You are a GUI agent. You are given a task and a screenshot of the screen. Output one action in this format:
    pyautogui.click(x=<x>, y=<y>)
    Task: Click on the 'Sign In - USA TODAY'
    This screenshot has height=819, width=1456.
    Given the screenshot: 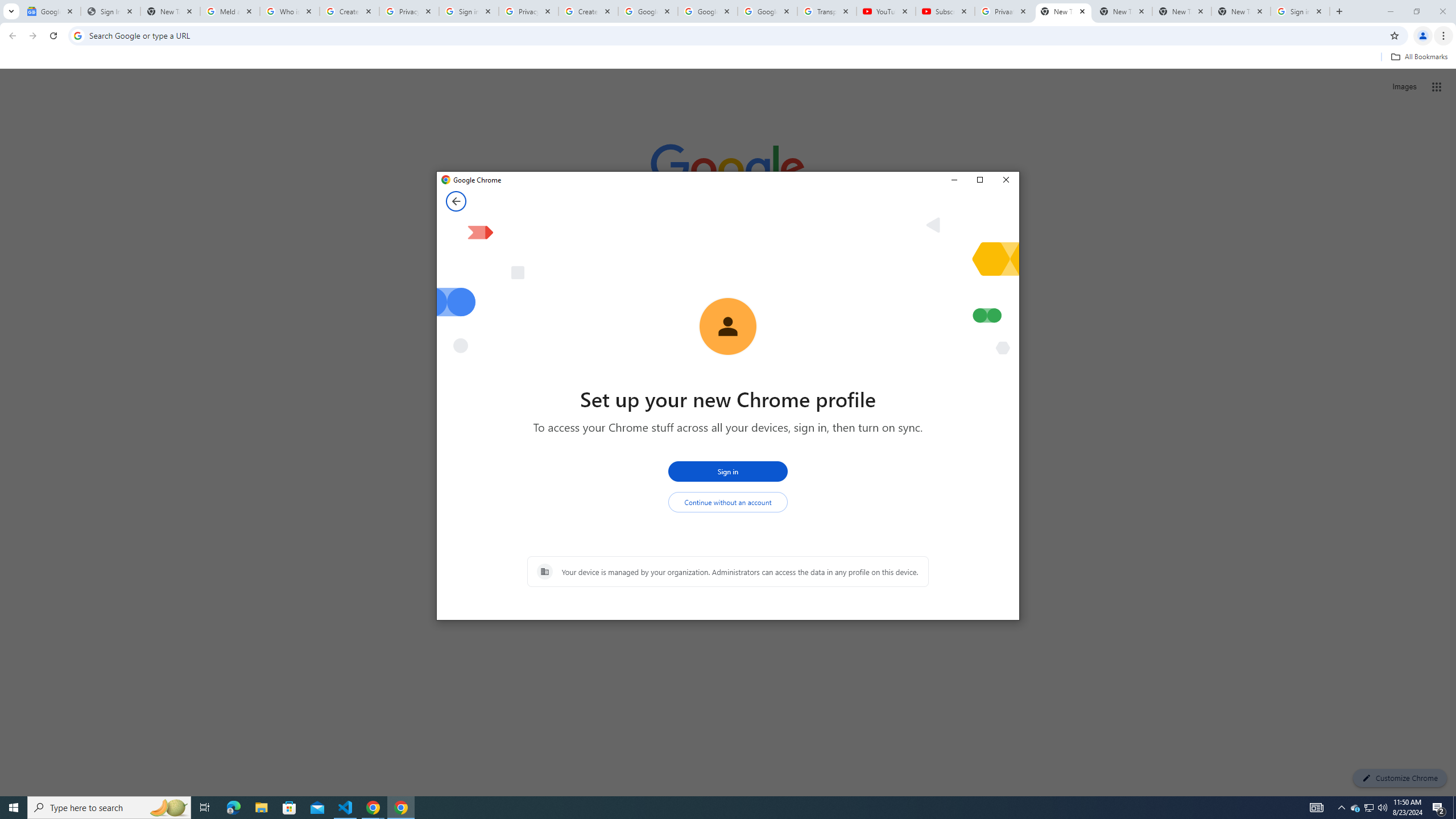 What is the action you would take?
    pyautogui.click(x=110, y=11)
    